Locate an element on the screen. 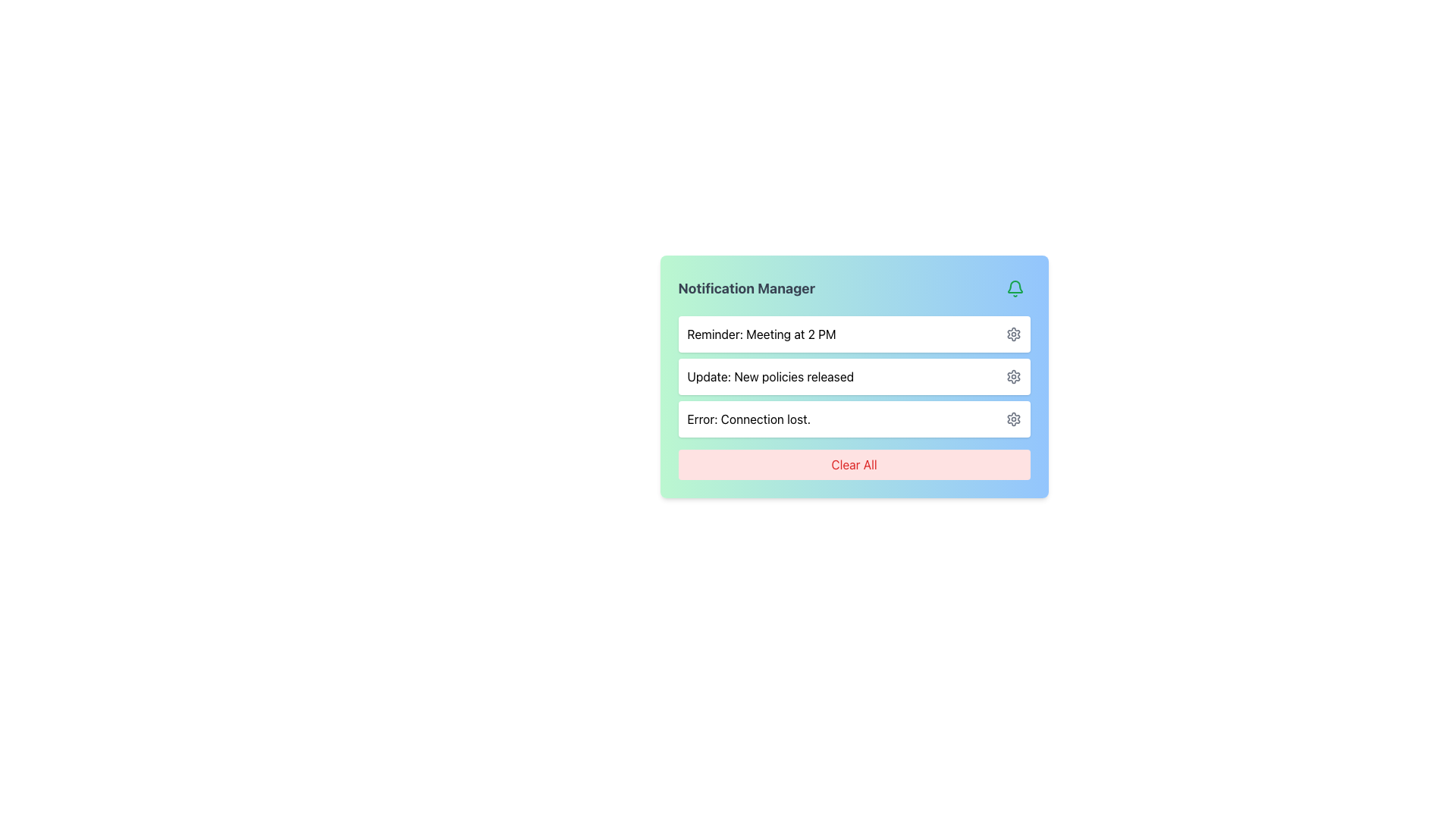 The image size is (1456, 819). the small, rounded green button with a bell icon located at the top-right corner of the notification manager's header bar to interact with it is located at coordinates (1015, 289).